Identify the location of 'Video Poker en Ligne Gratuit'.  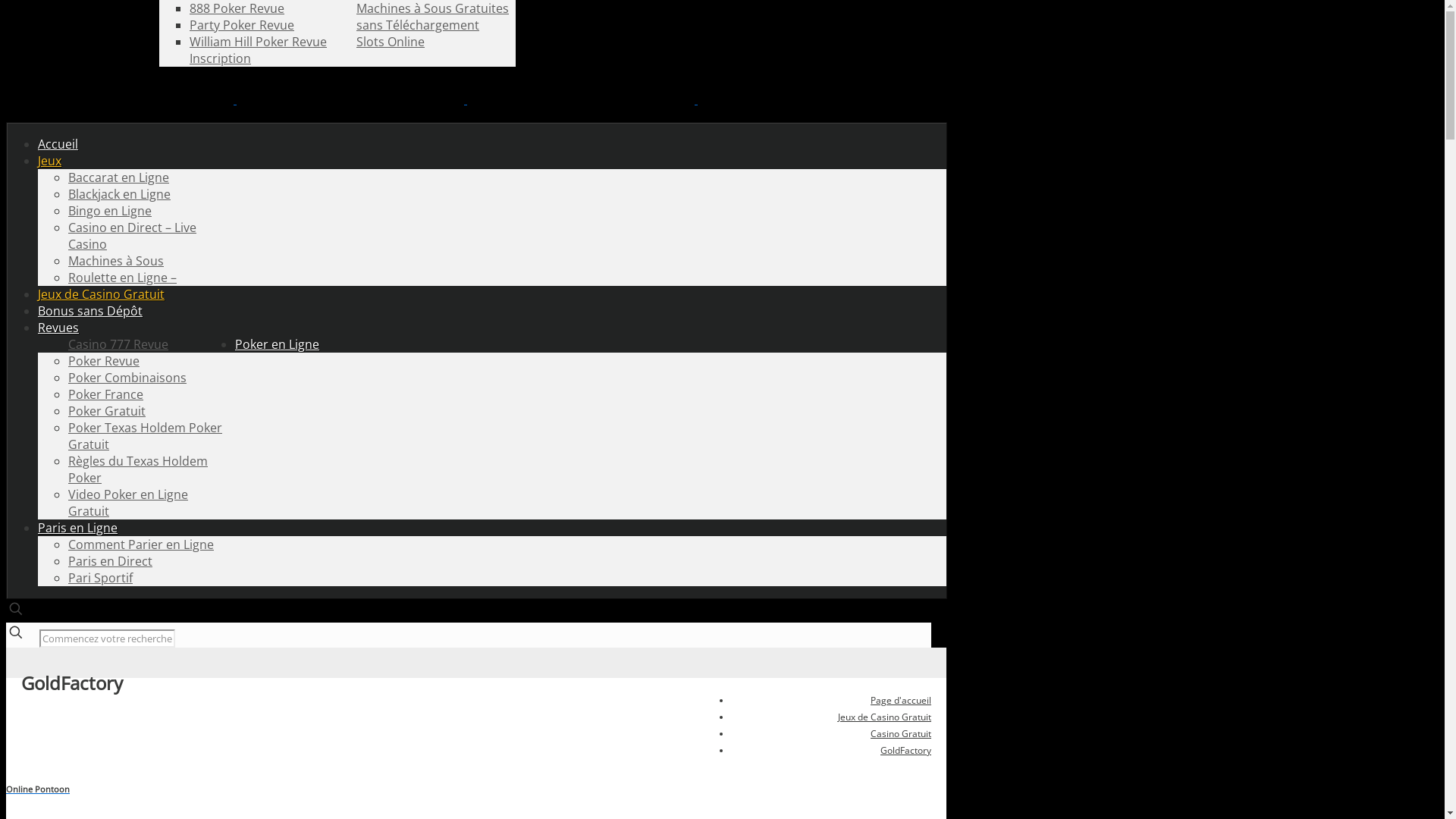
(127, 503).